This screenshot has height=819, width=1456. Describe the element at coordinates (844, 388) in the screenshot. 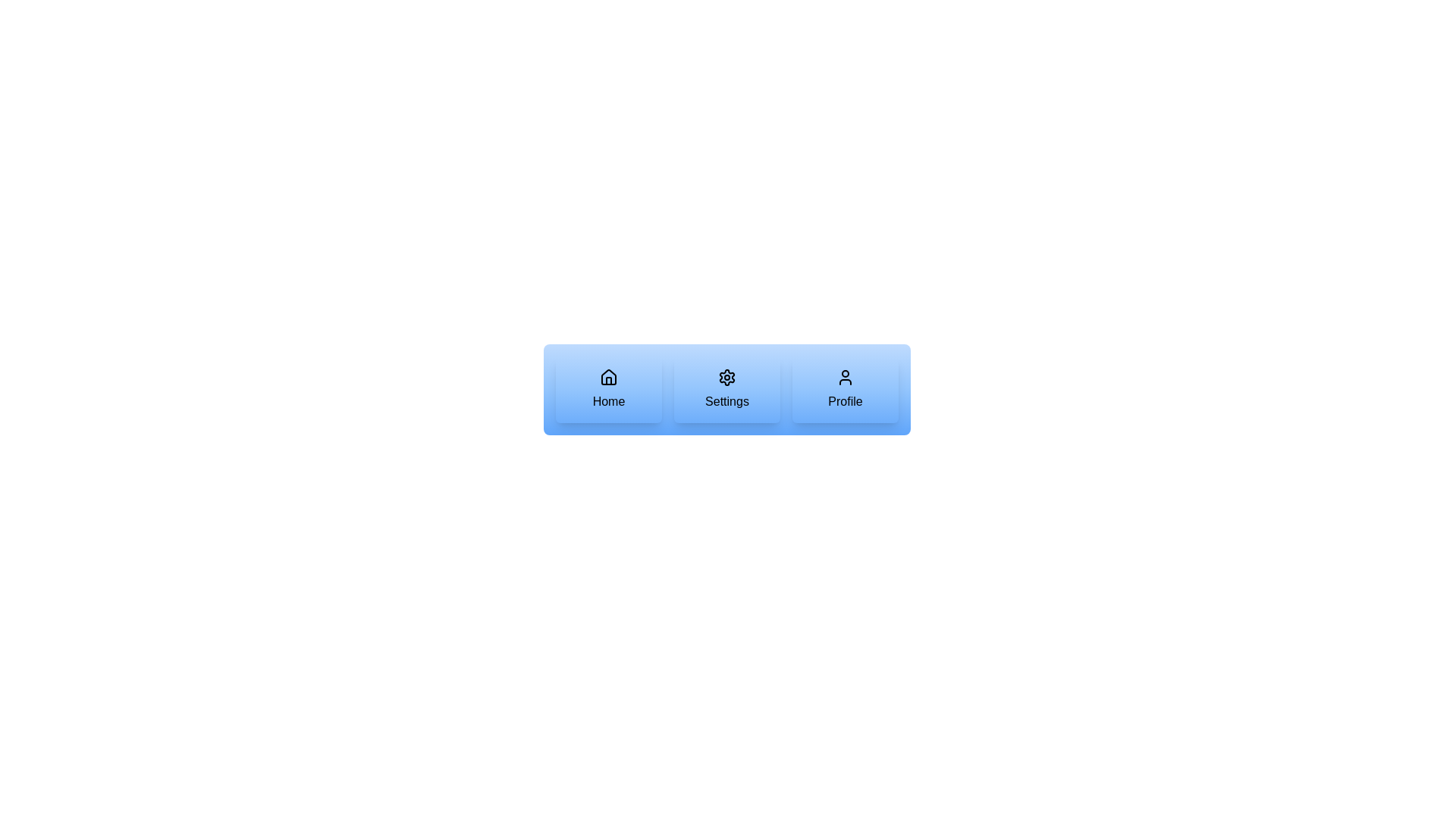

I see `the Profile button using the keyboard` at that location.